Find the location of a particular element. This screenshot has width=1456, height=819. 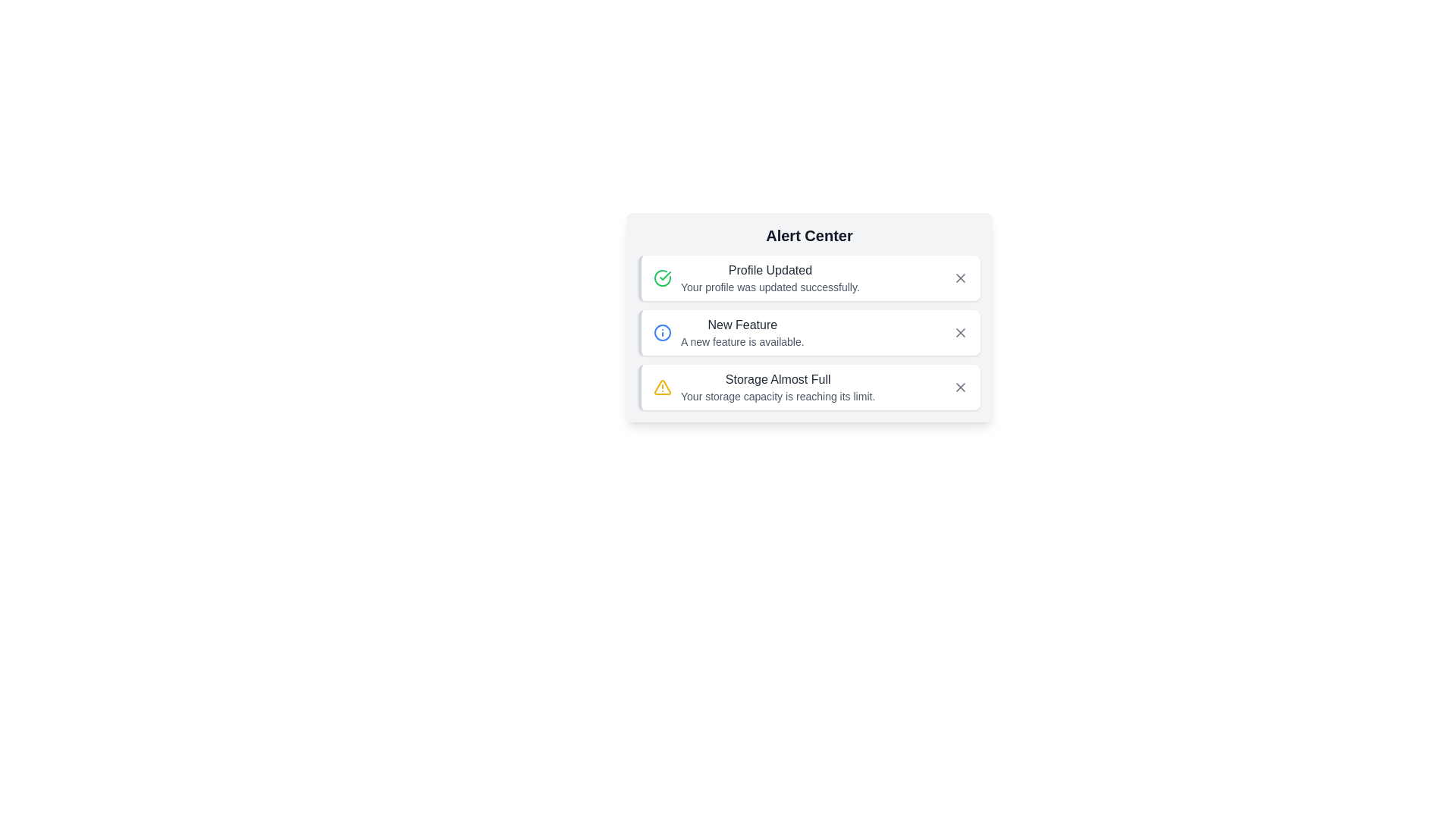

the alert icon that indicates 'Storage Almost Full', which is located to the left of the warning message at the bottom of the list is located at coordinates (662, 386).